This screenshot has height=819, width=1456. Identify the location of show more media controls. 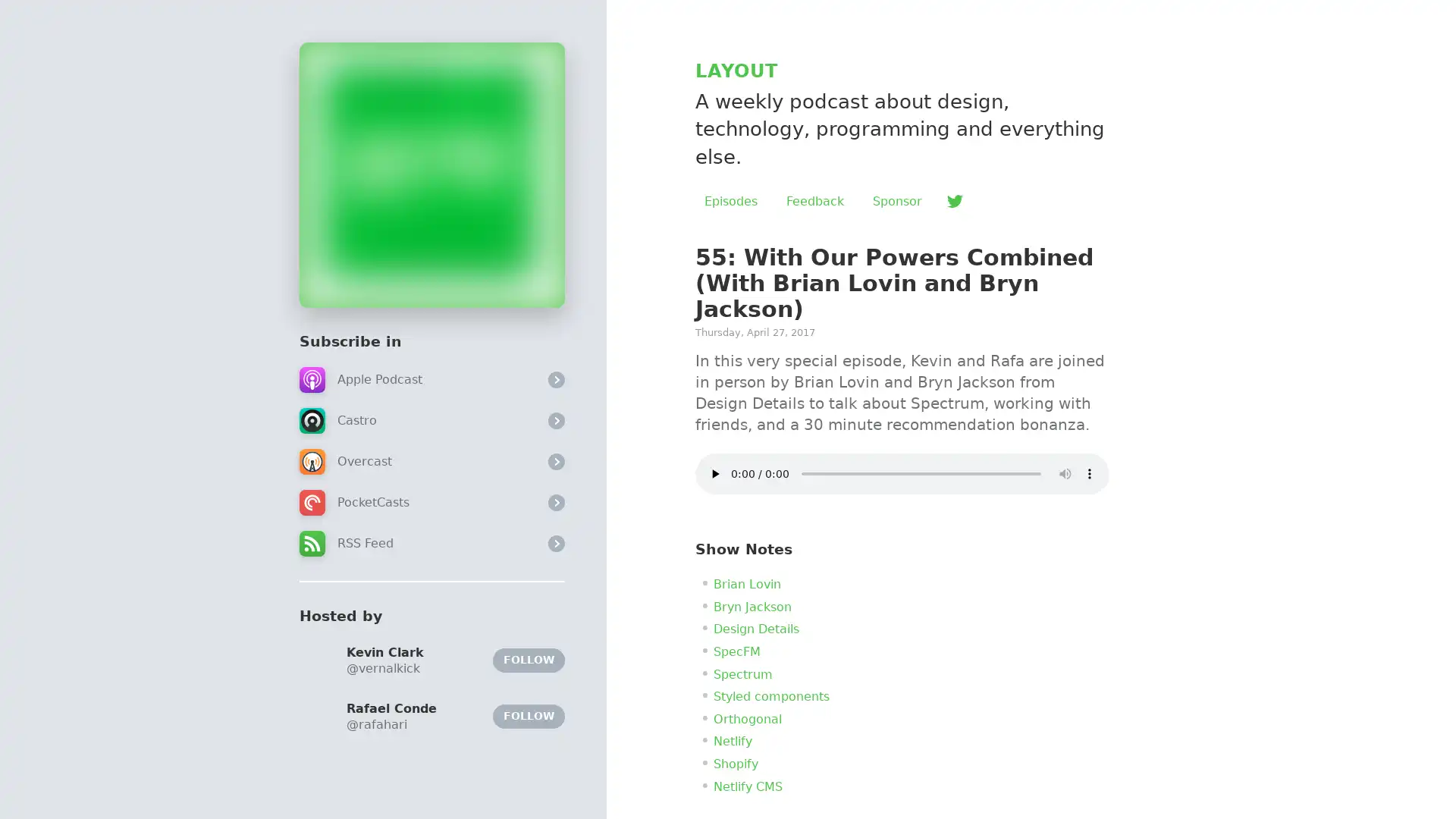
(1088, 472).